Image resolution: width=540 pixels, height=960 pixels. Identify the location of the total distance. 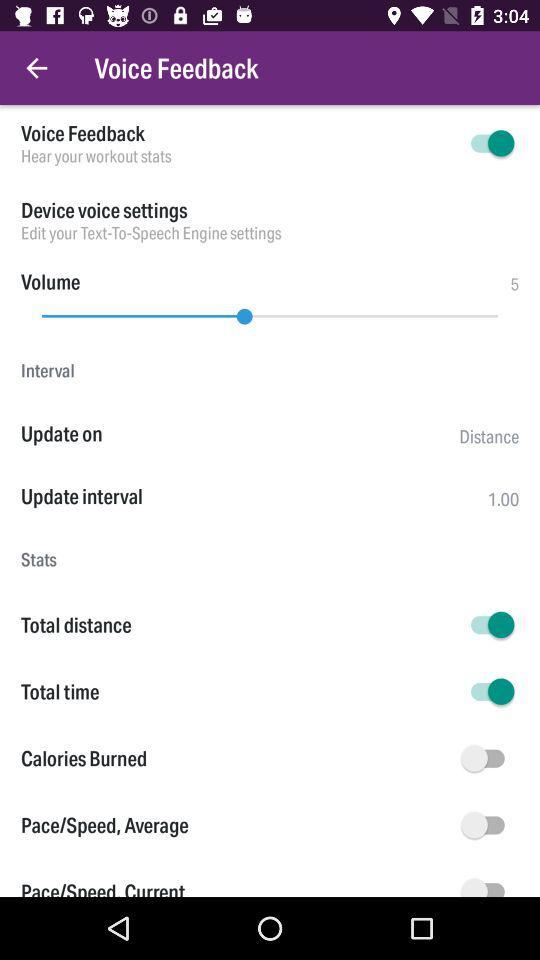
(238, 623).